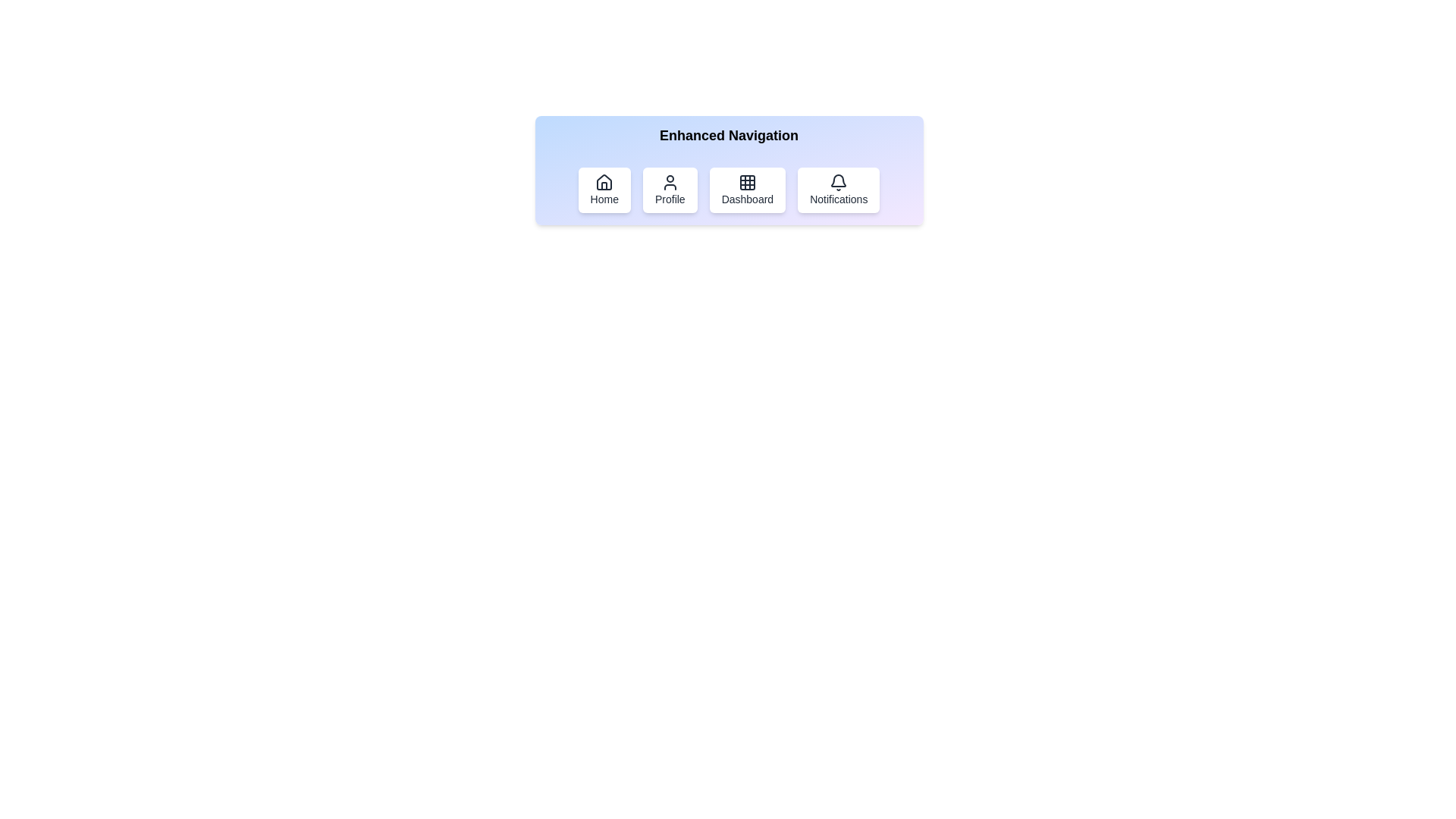 The height and width of the screenshot is (819, 1456). Describe the element at coordinates (747, 181) in the screenshot. I see `the grid icon representing the 'Dashboard' button, which is the third button from the left, located below the 'Enhanced Navigation' header` at that location.